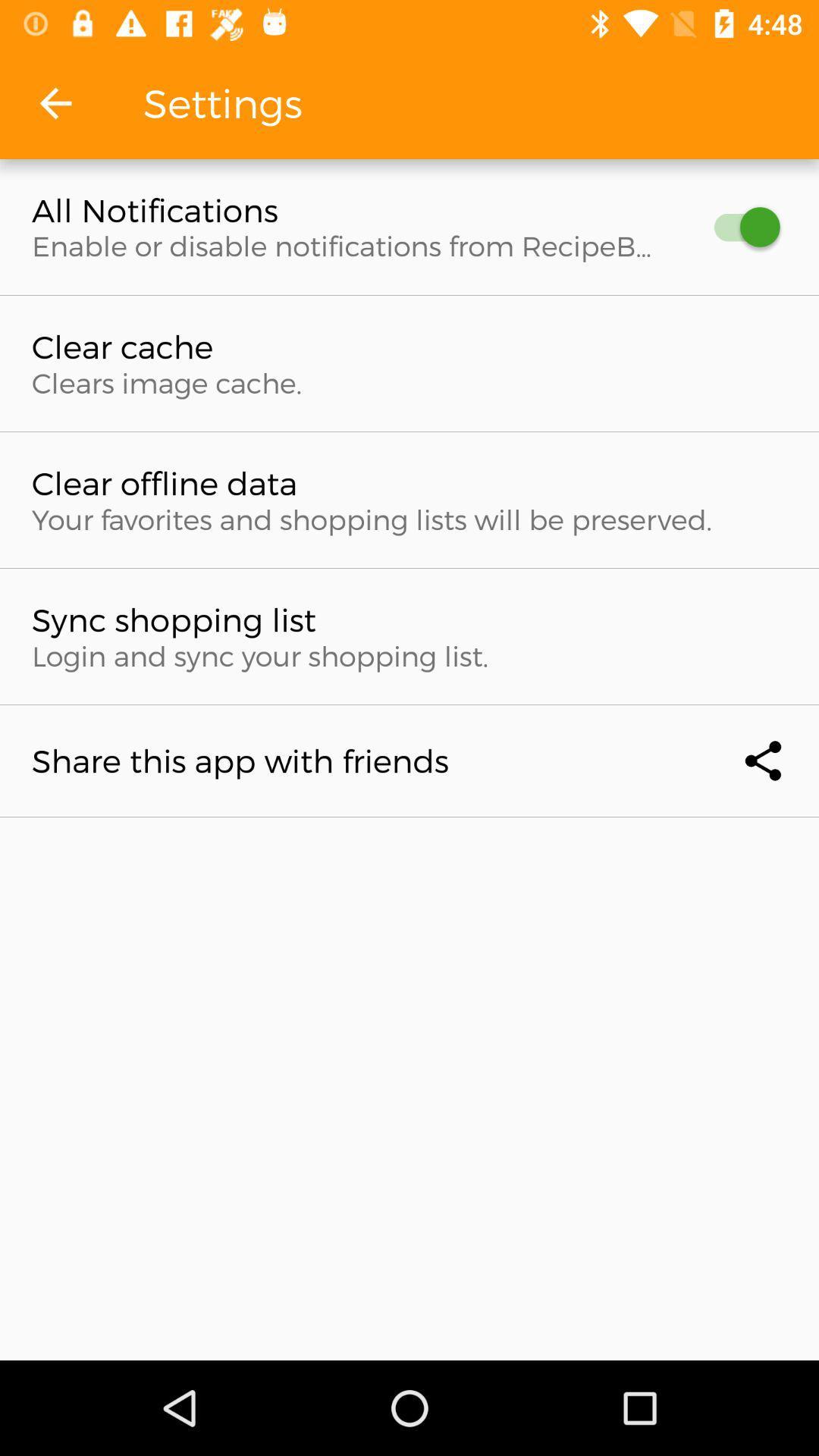 Image resolution: width=819 pixels, height=1456 pixels. Describe the element at coordinates (739, 226) in the screenshot. I see `item next to the all notifications item` at that location.